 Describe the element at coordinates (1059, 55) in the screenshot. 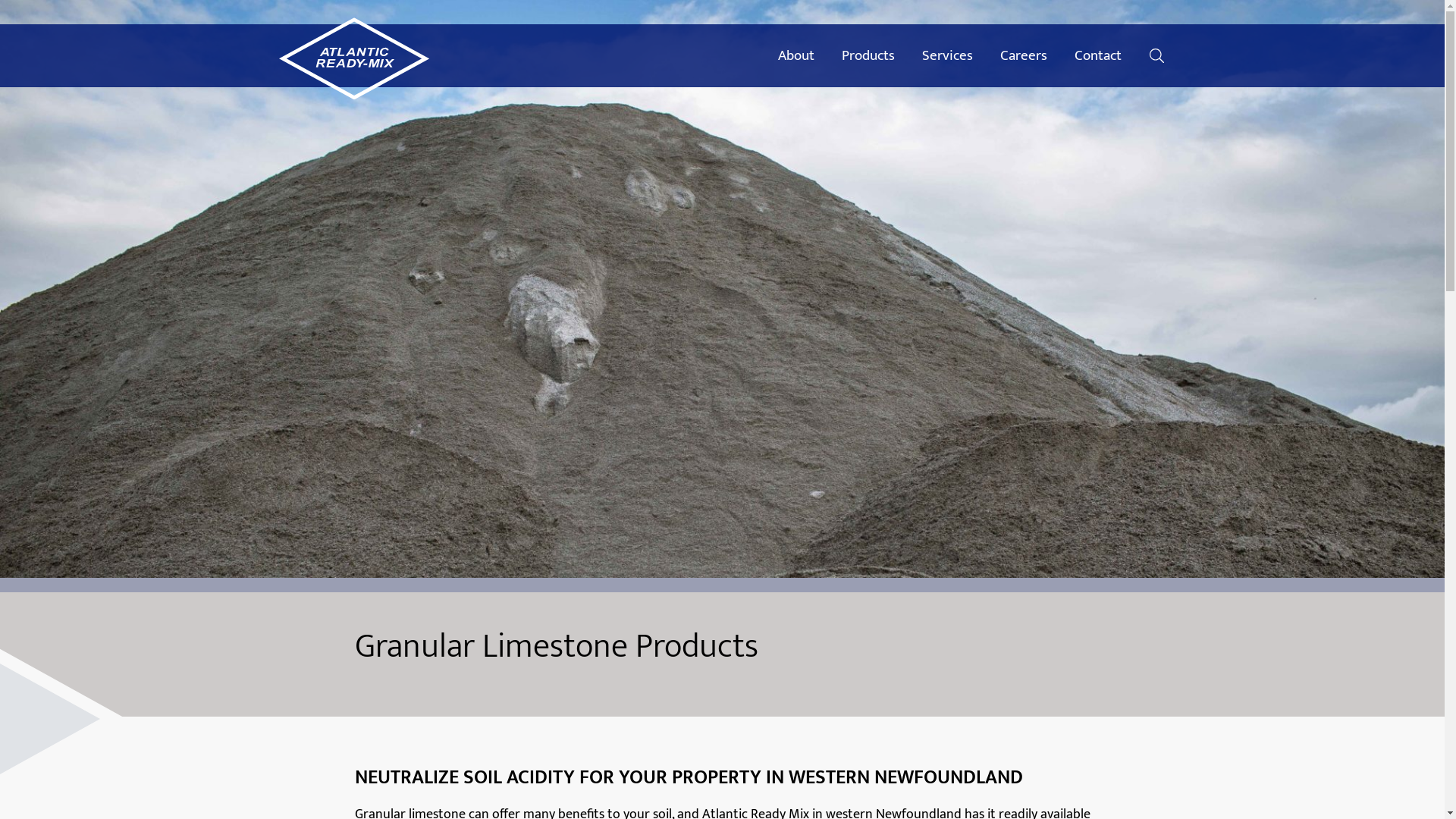

I see `'Contact'` at that location.